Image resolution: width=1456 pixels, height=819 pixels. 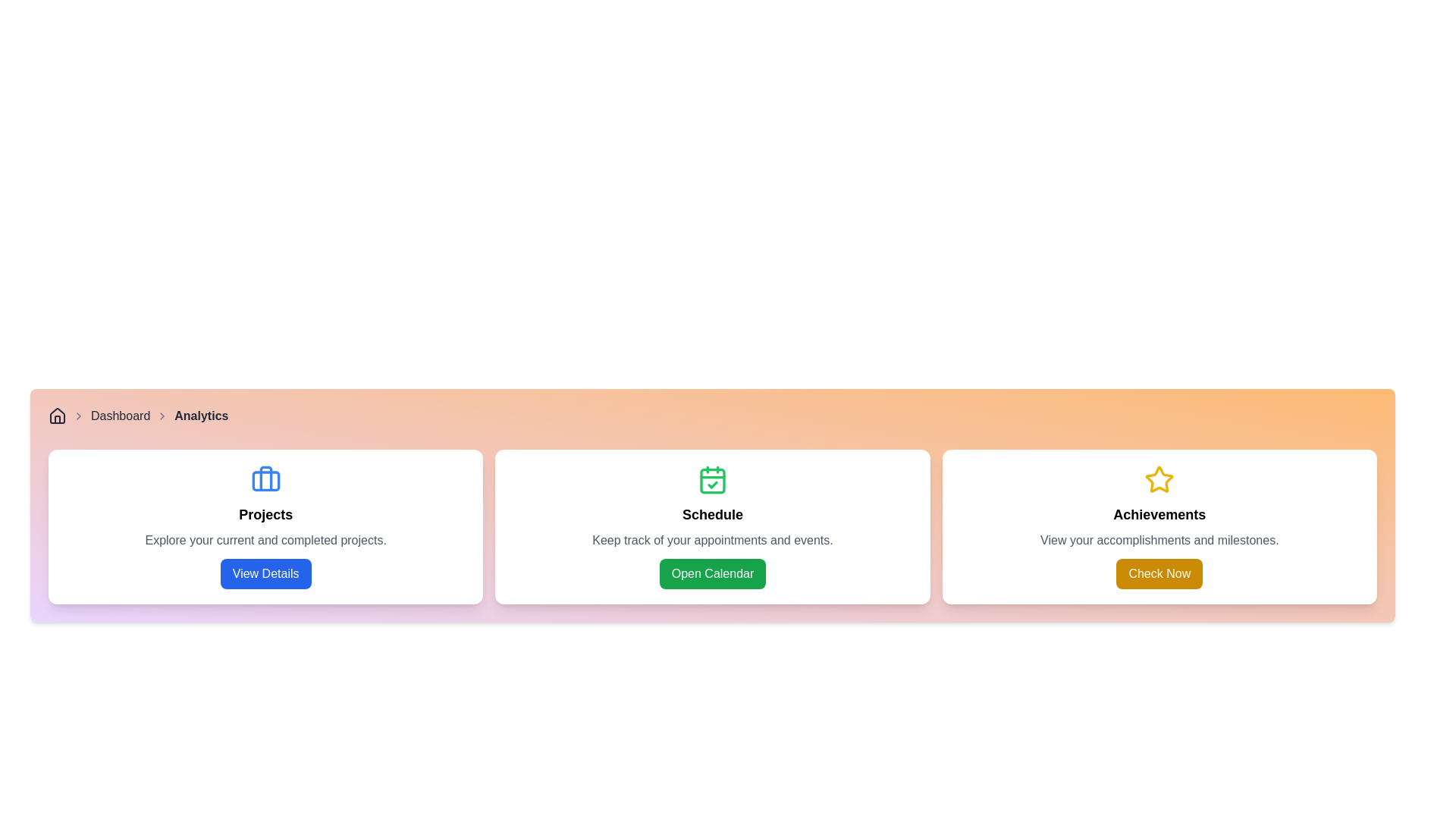 I want to click on the bold 'Schedule' text, which is styled in a large, serif font and located in the middle card of a three-card layout, directly below a green calendar icon, so click(x=712, y=513).